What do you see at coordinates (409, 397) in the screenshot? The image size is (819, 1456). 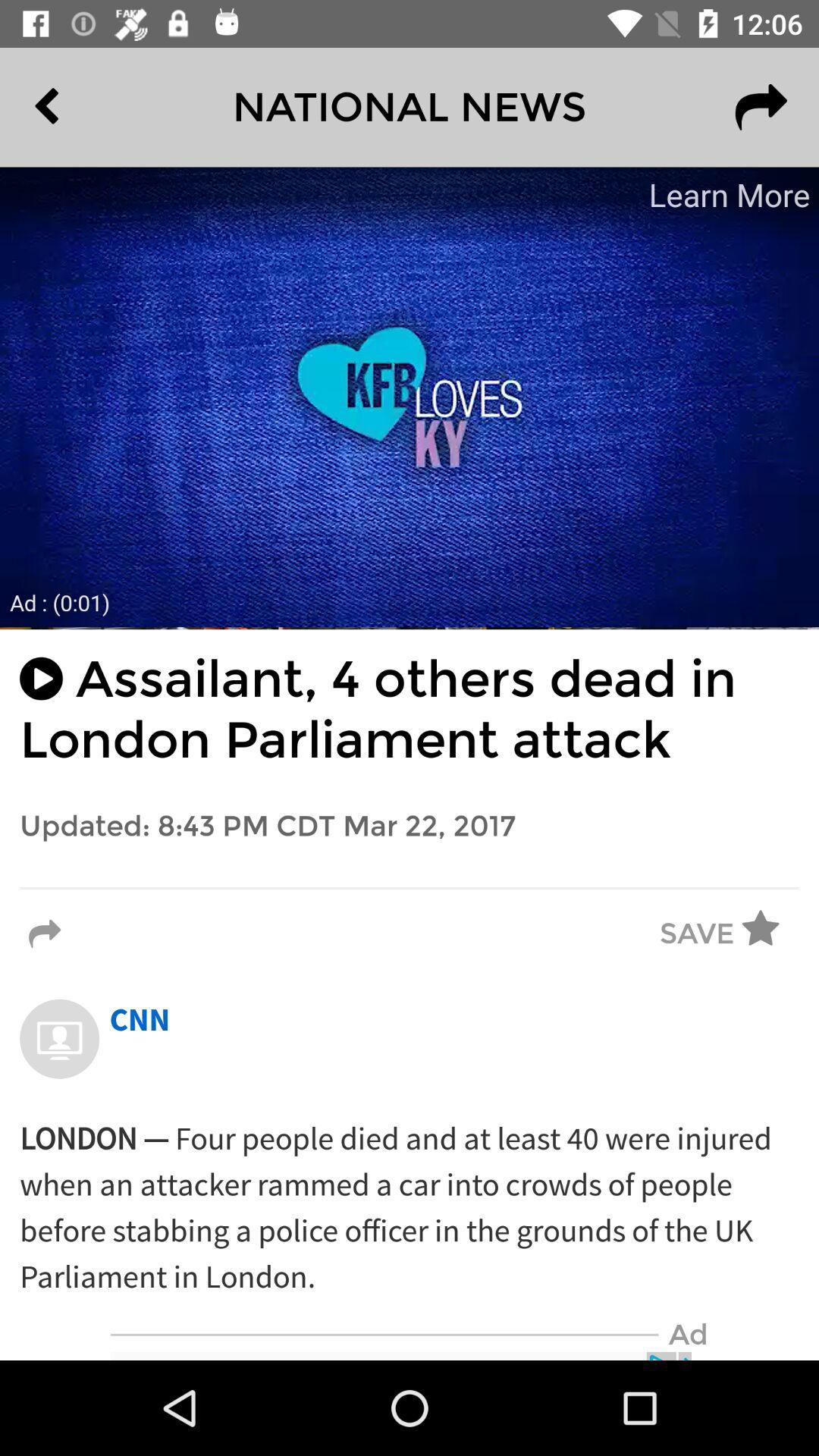 I see `advertisement` at bounding box center [409, 397].